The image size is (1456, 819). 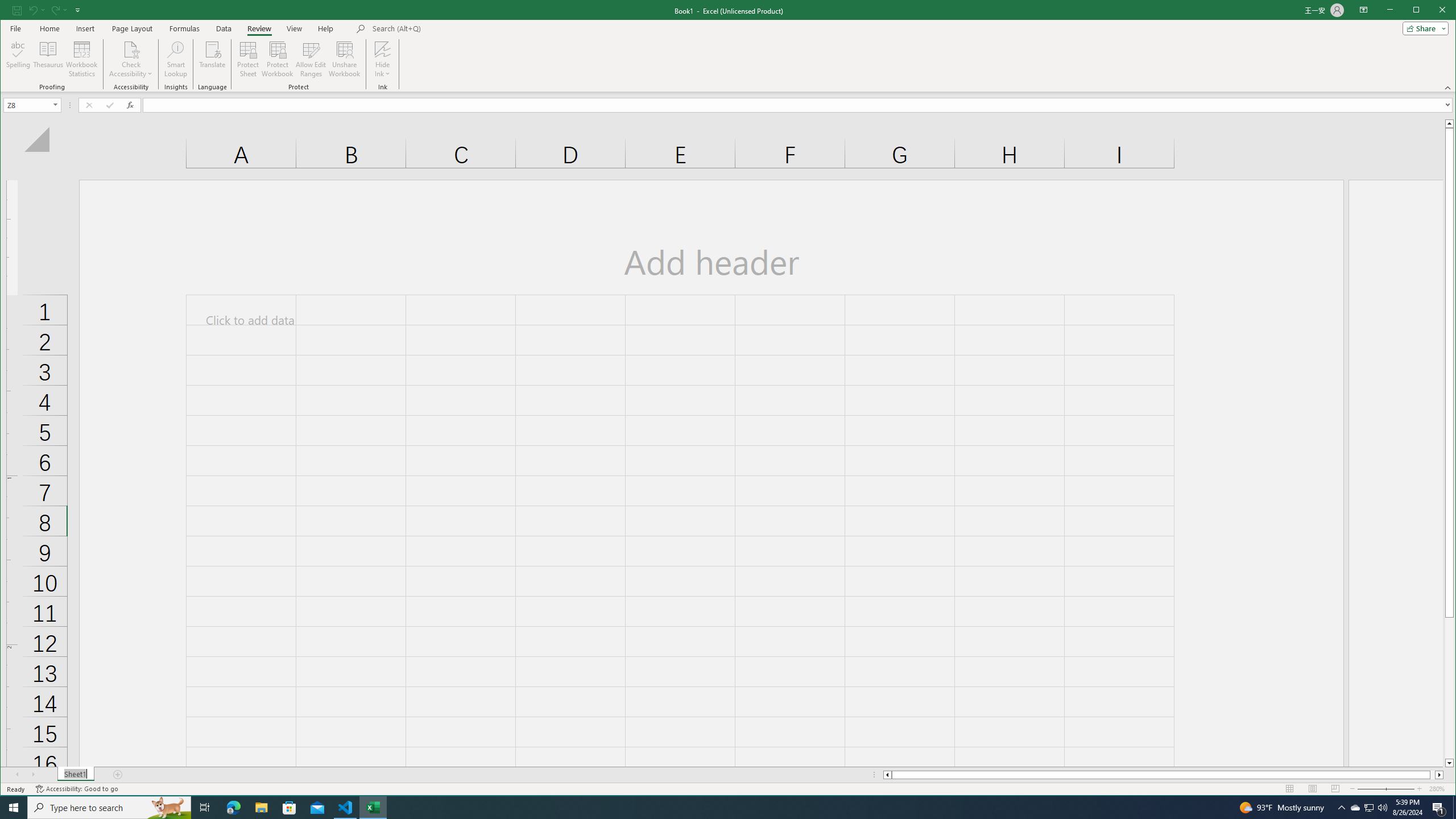 What do you see at coordinates (185, 28) in the screenshot?
I see `'Formulas'` at bounding box center [185, 28].